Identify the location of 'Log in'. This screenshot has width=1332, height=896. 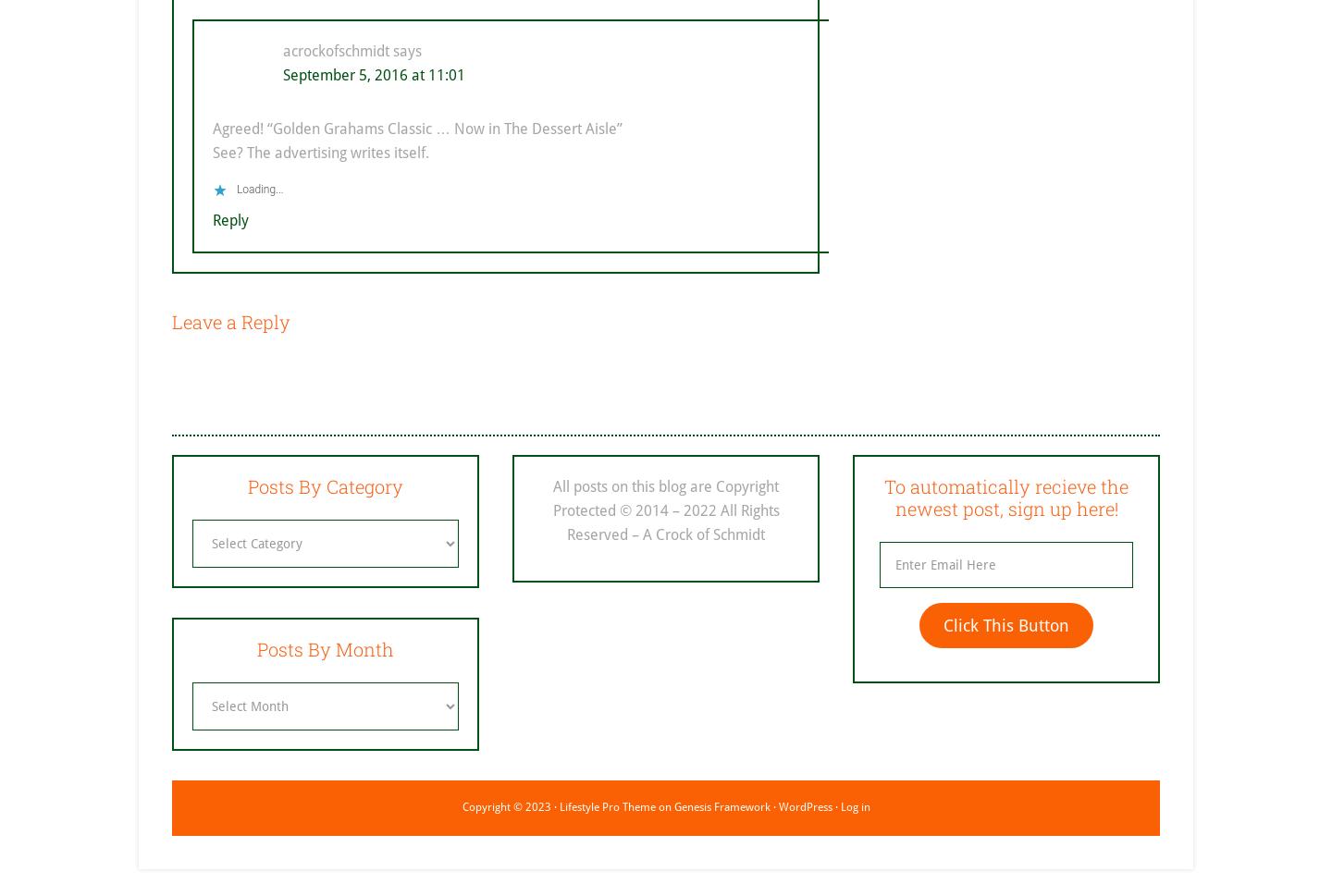
(855, 805).